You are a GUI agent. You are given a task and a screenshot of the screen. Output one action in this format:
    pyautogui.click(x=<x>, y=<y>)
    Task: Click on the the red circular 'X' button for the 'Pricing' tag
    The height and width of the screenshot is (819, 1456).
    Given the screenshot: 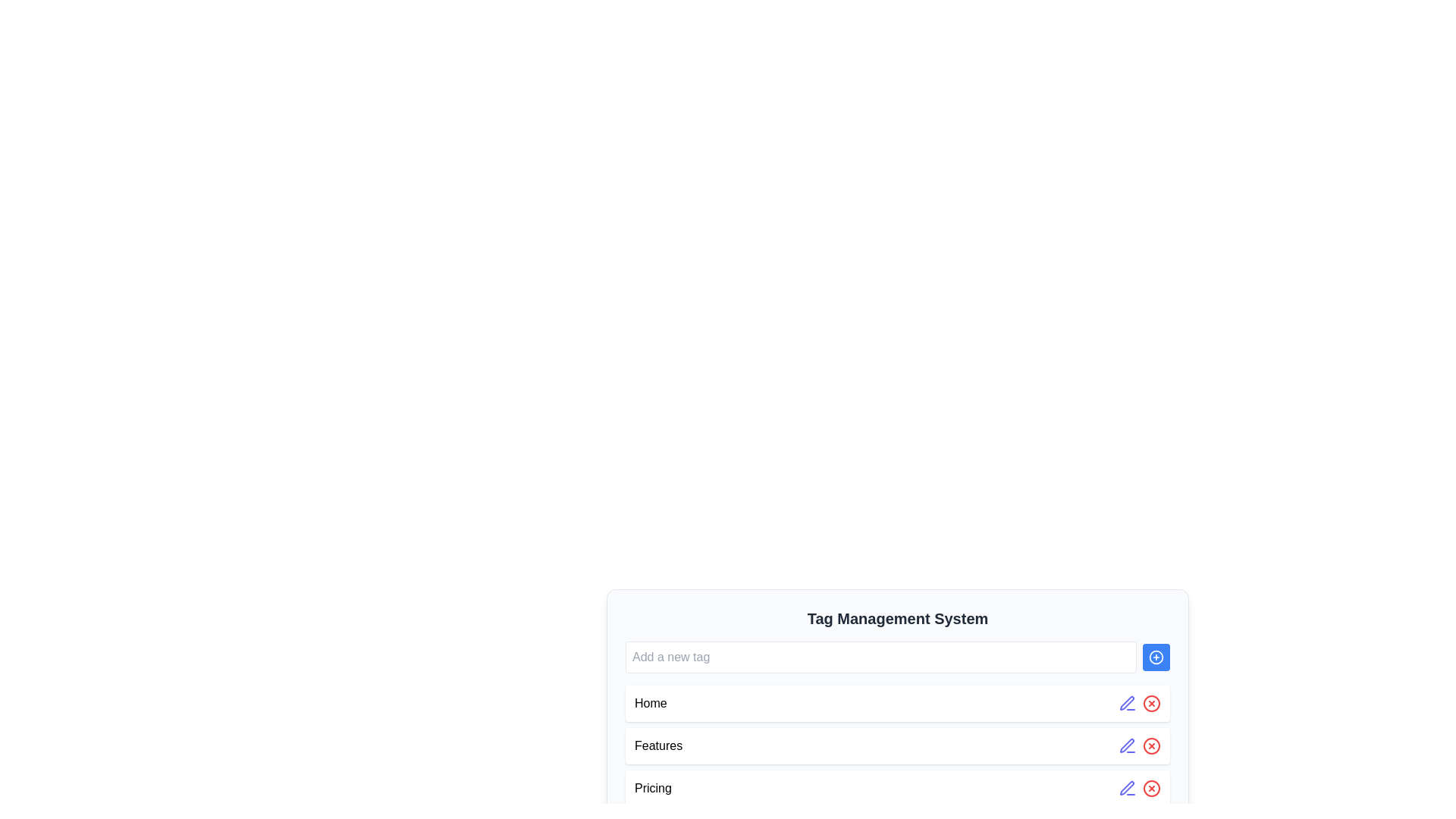 What is the action you would take?
    pyautogui.click(x=1151, y=745)
    